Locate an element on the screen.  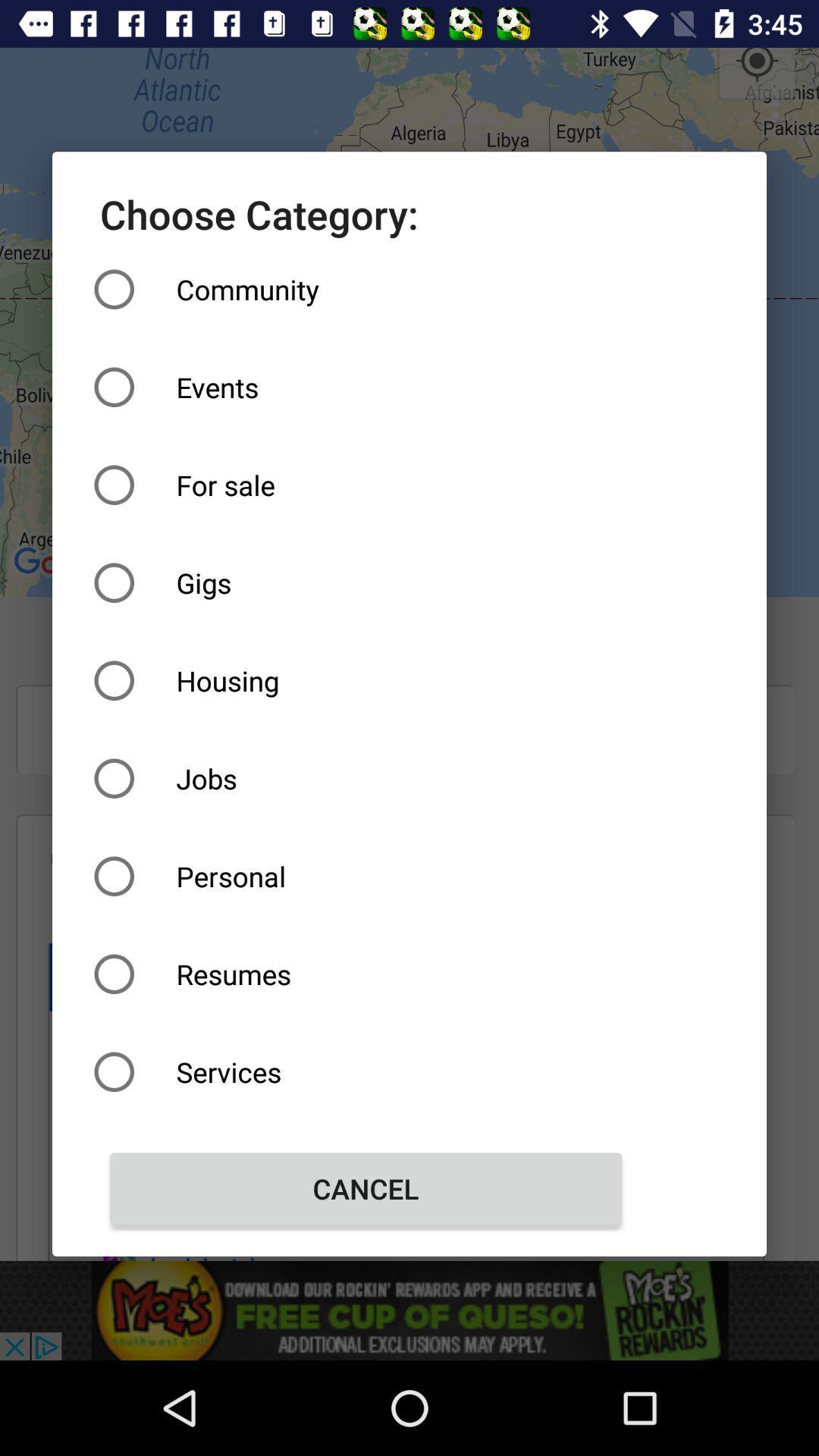
item above services is located at coordinates (366, 974).